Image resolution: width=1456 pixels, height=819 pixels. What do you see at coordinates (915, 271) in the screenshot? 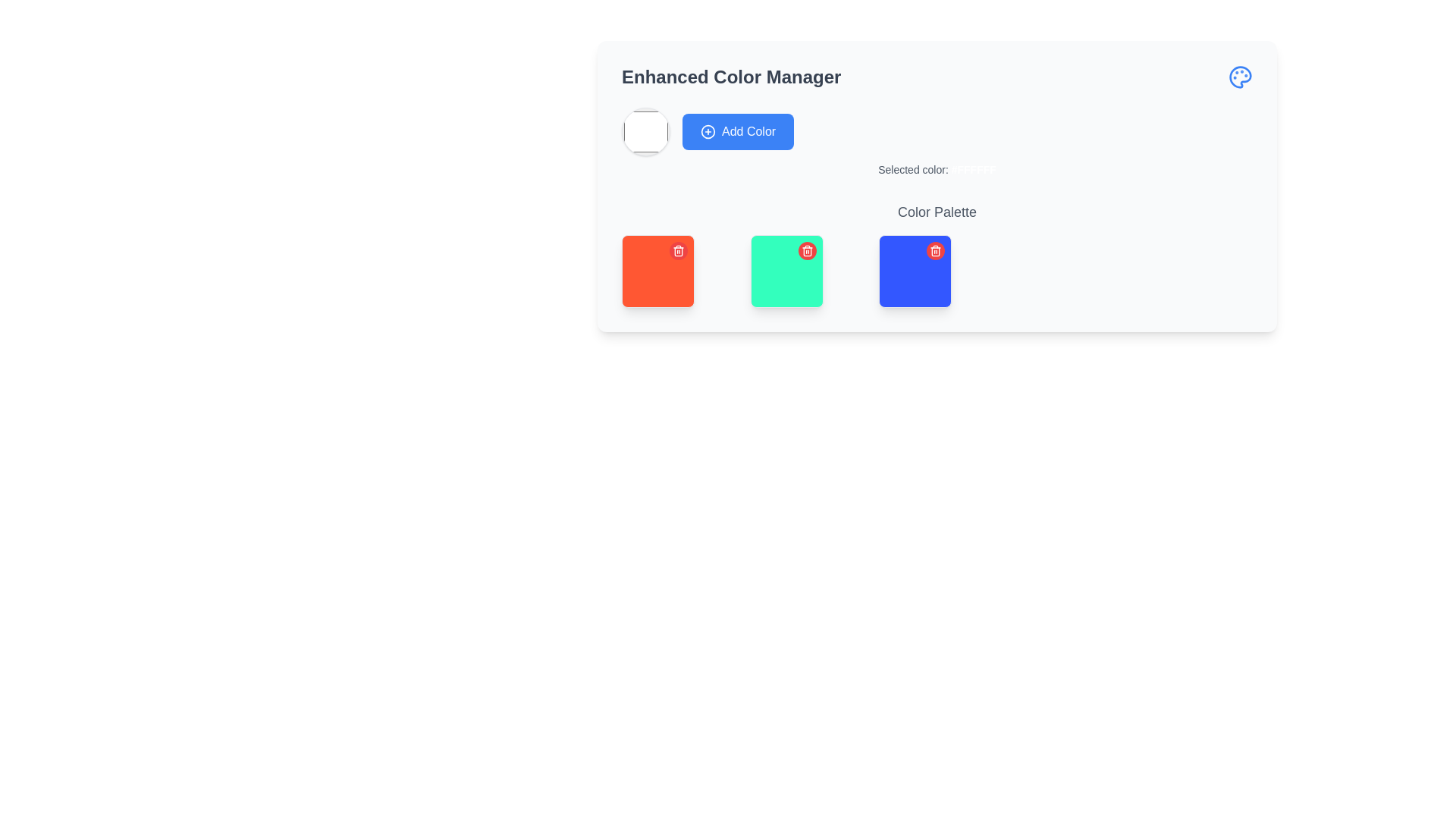
I see `the blue squared Color card with rounded corners in the Color Palette grid` at bounding box center [915, 271].